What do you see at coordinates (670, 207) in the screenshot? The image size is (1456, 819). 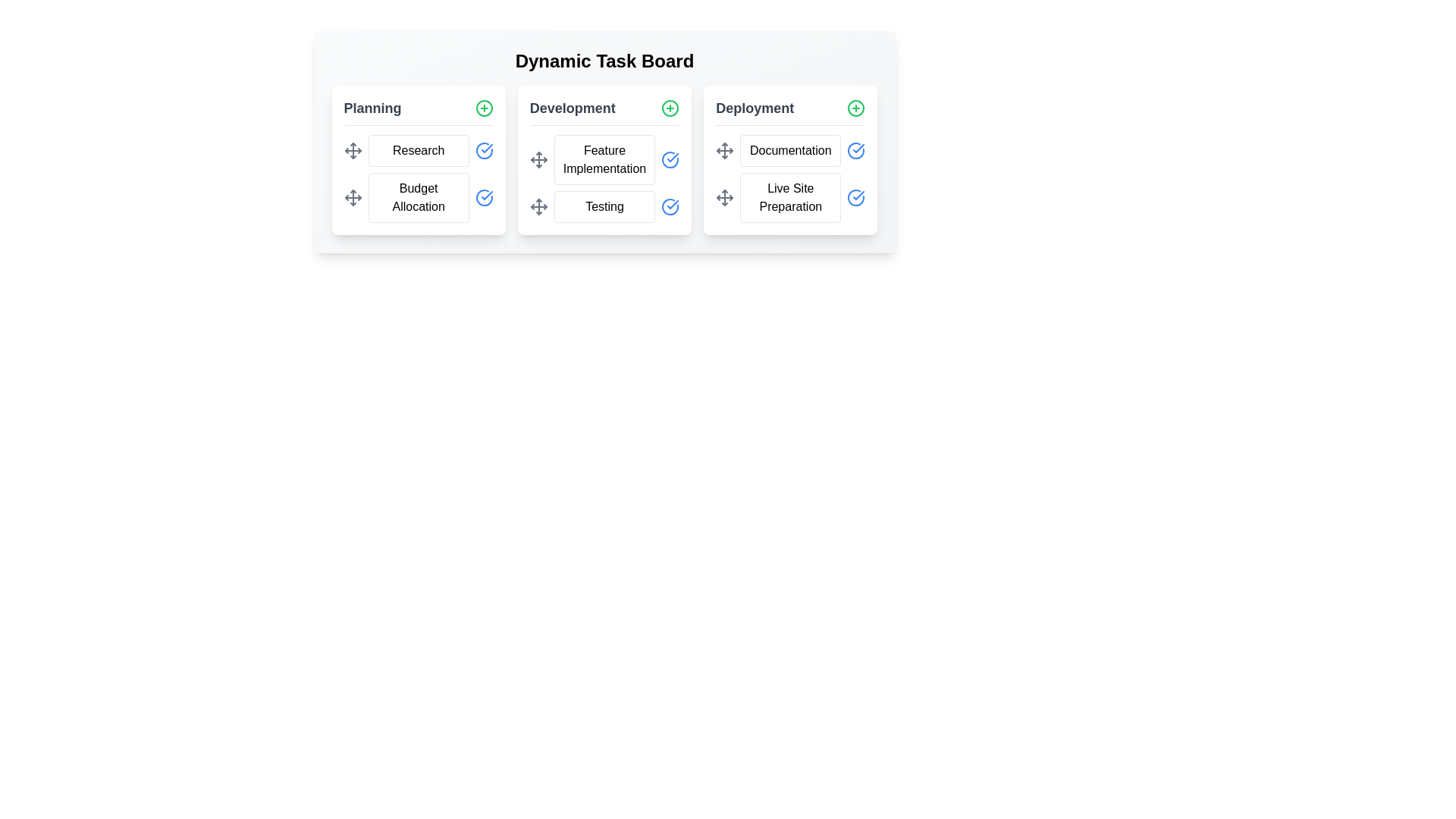 I see `'CheckCircle' icon next to the task 'Testing' to mark it as complete` at bounding box center [670, 207].